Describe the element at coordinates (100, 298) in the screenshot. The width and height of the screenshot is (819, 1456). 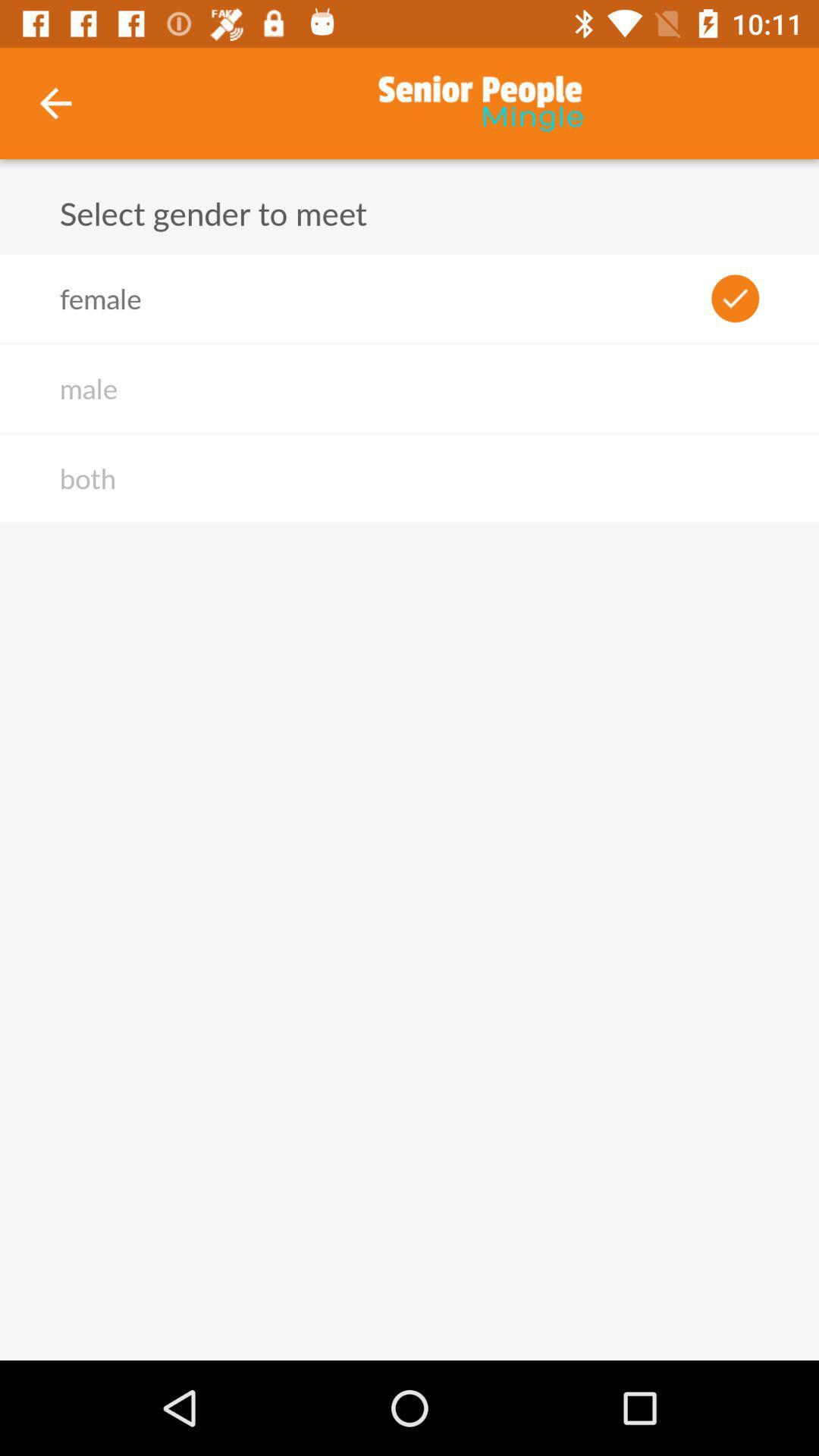
I see `item below select gender to` at that location.